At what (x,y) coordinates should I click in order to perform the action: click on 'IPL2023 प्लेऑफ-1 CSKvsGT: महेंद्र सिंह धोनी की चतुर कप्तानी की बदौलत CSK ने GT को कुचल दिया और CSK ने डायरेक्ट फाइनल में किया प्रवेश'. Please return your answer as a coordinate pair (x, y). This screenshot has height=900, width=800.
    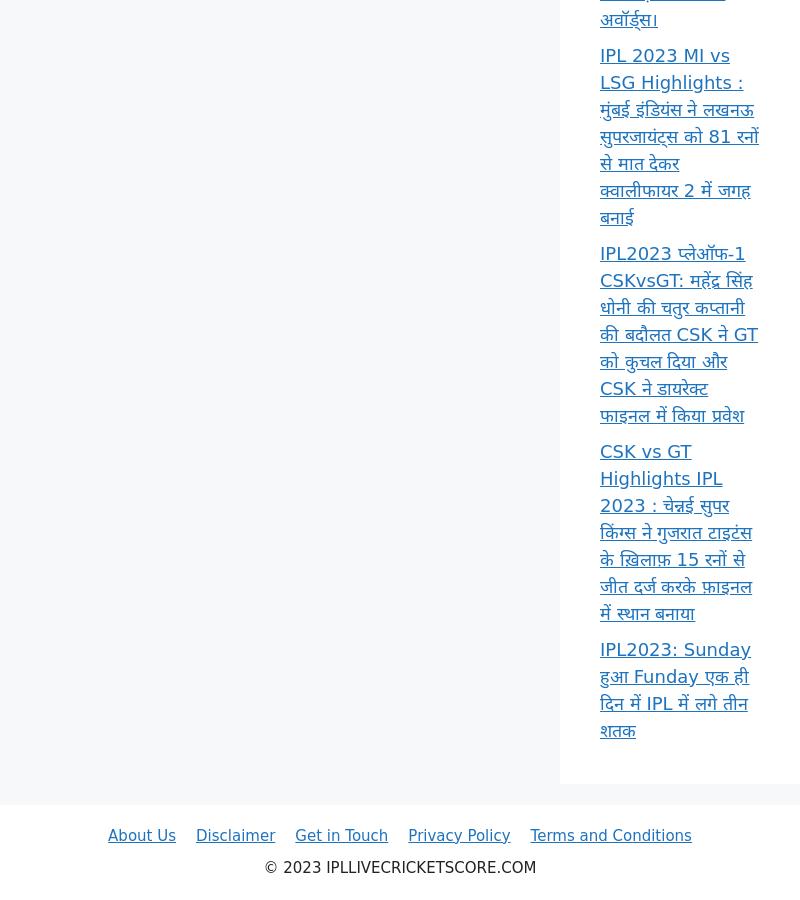
    Looking at the image, I should click on (679, 332).